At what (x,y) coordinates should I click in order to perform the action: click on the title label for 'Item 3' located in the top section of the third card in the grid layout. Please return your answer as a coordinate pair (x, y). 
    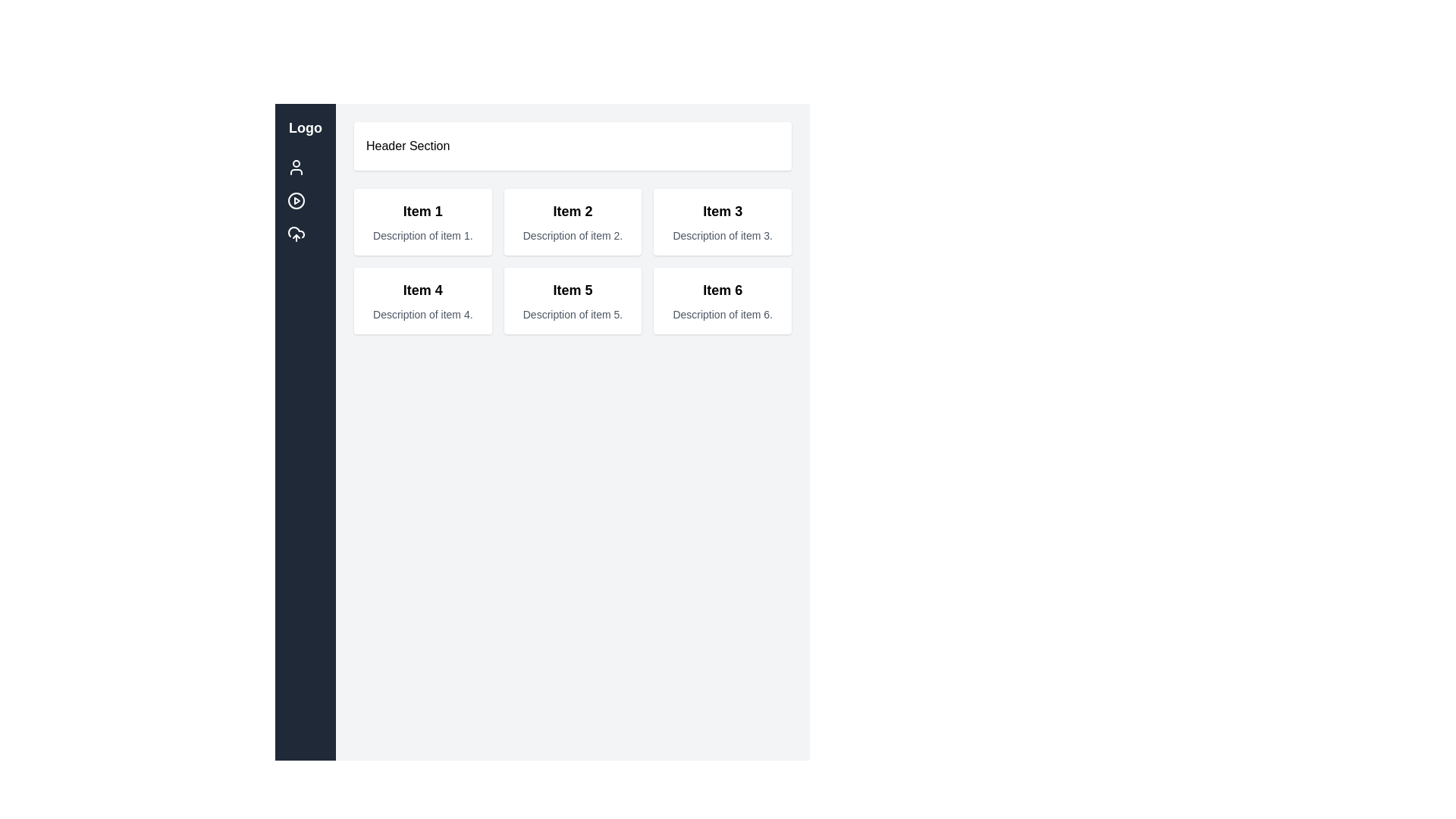
    Looking at the image, I should click on (722, 211).